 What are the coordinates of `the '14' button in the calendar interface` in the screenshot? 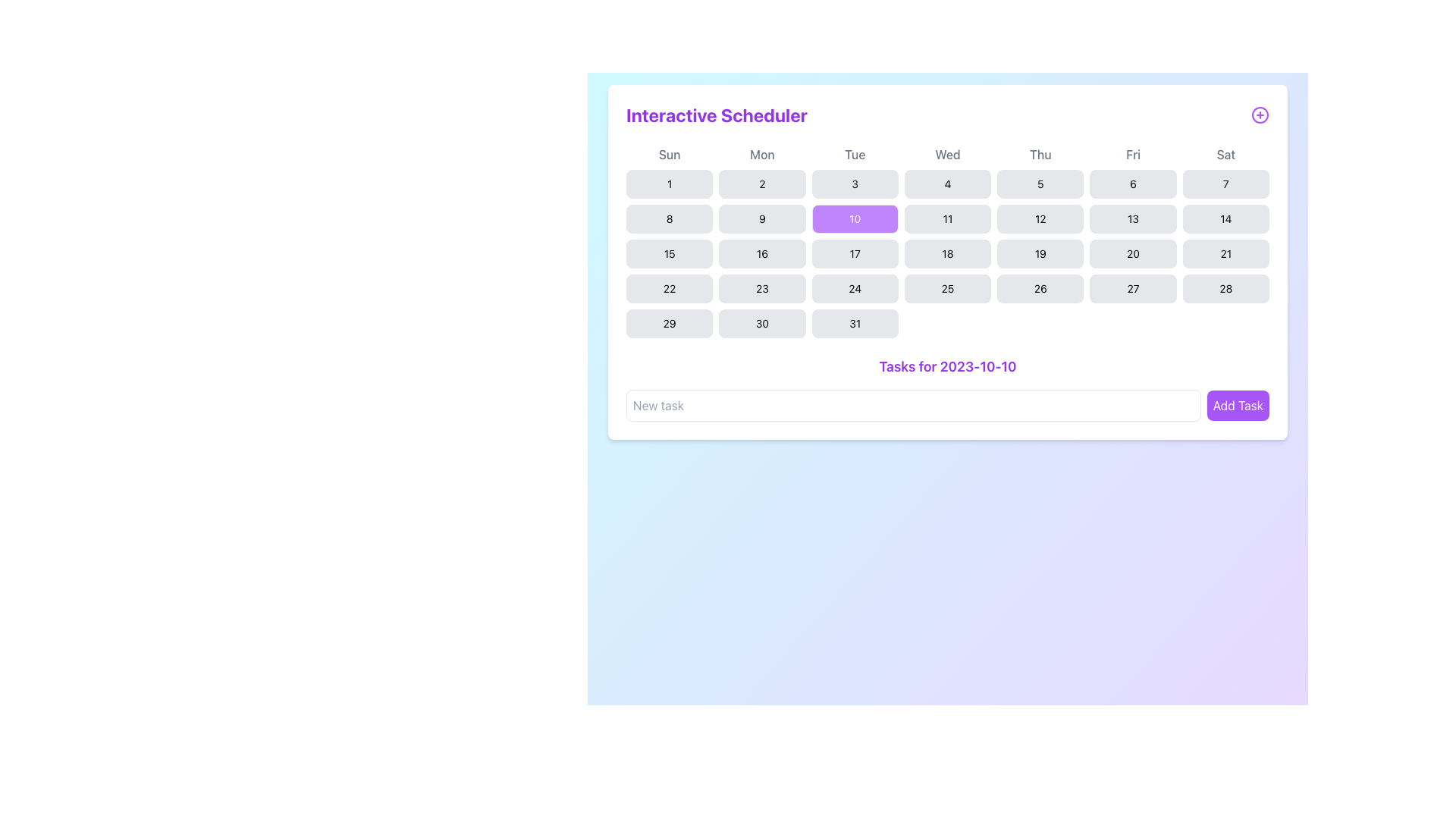 It's located at (1225, 219).